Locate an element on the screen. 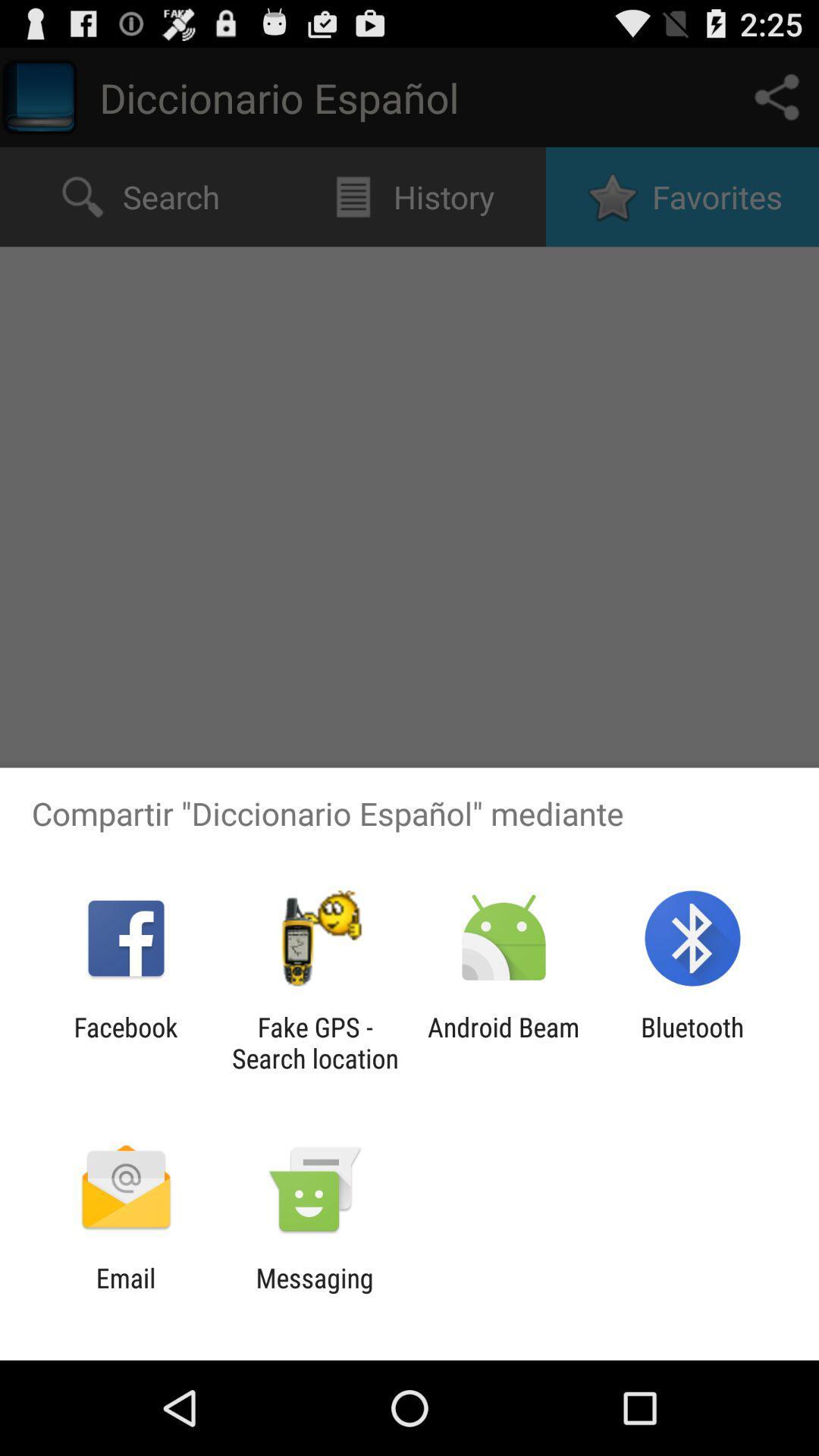 The image size is (819, 1456). app to the right of the facebook app is located at coordinates (314, 1042).